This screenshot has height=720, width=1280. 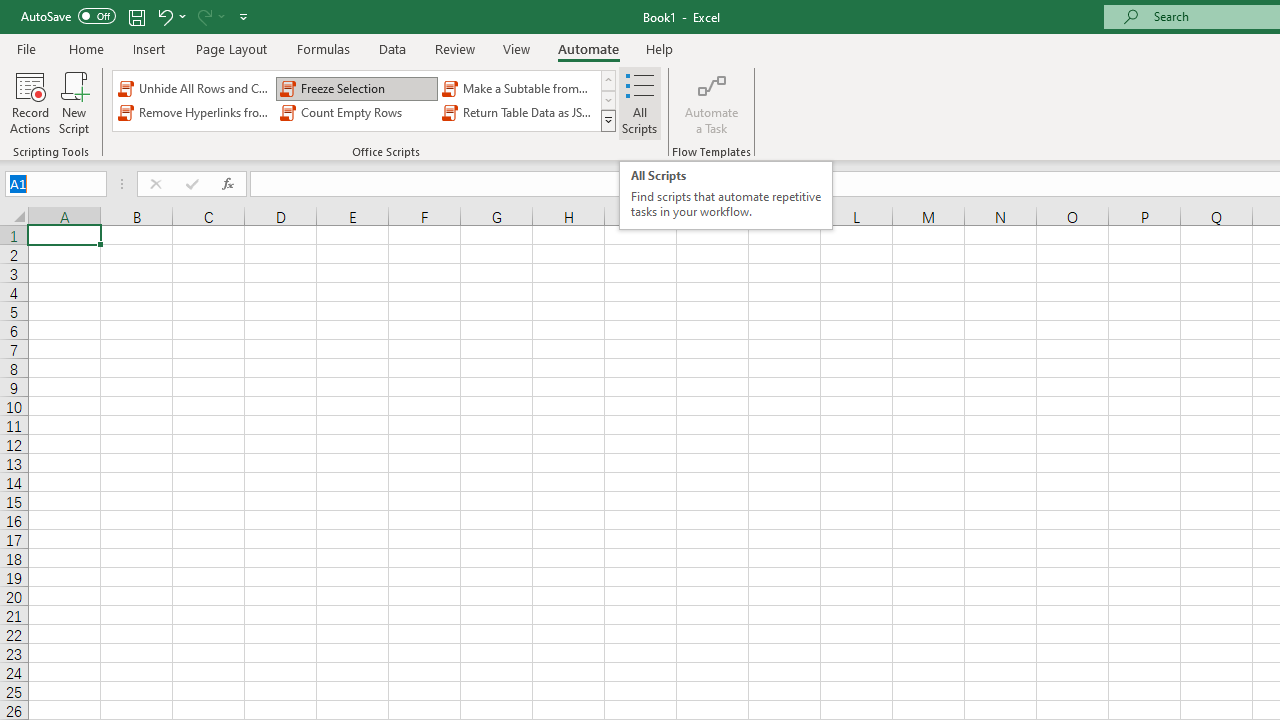 What do you see at coordinates (243, 16) in the screenshot?
I see `'Customize Quick Access Toolbar'` at bounding box center [243, 16].